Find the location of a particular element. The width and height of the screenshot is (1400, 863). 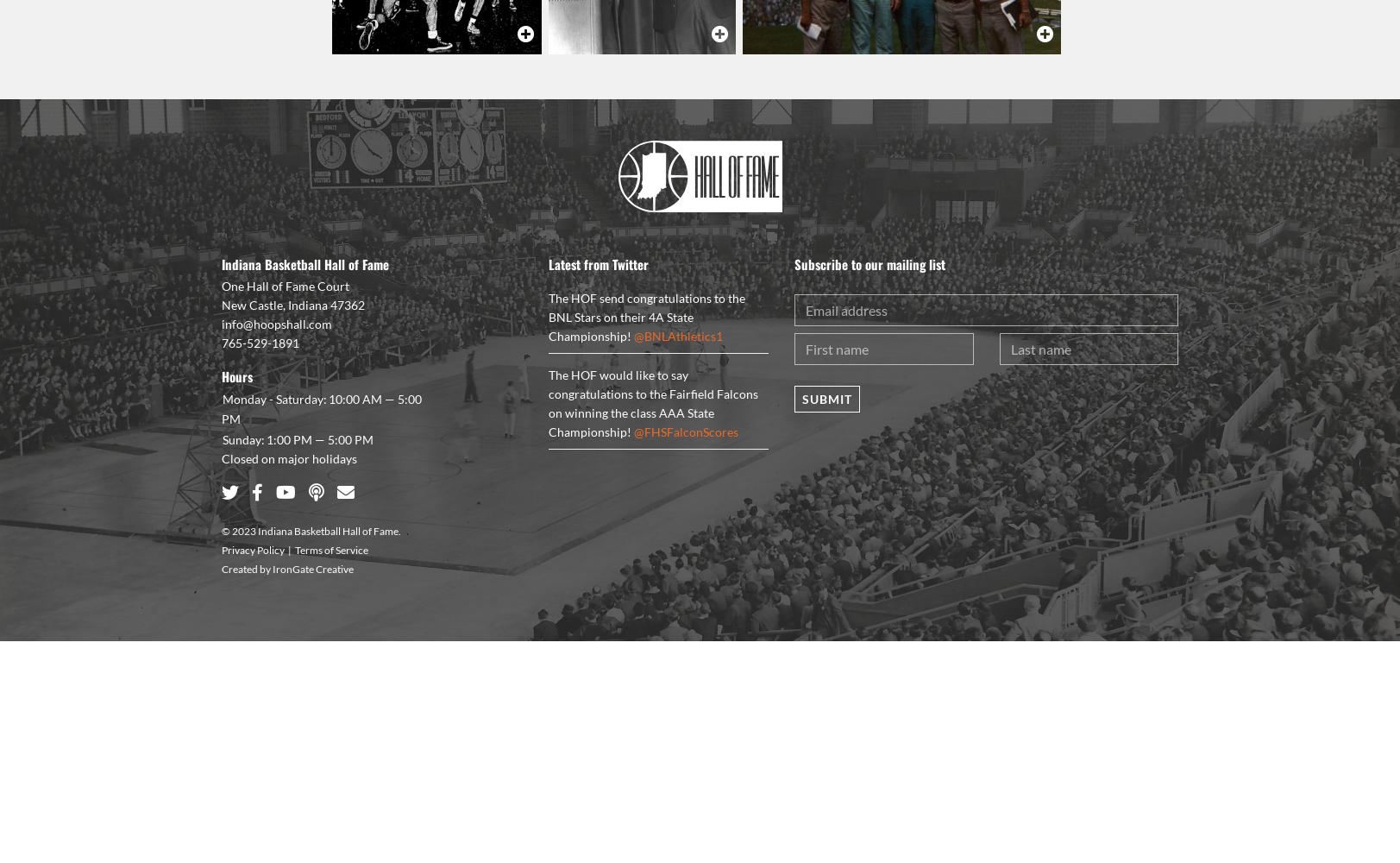

'@BNLAthletics1' is located at coordinates (678, 335).